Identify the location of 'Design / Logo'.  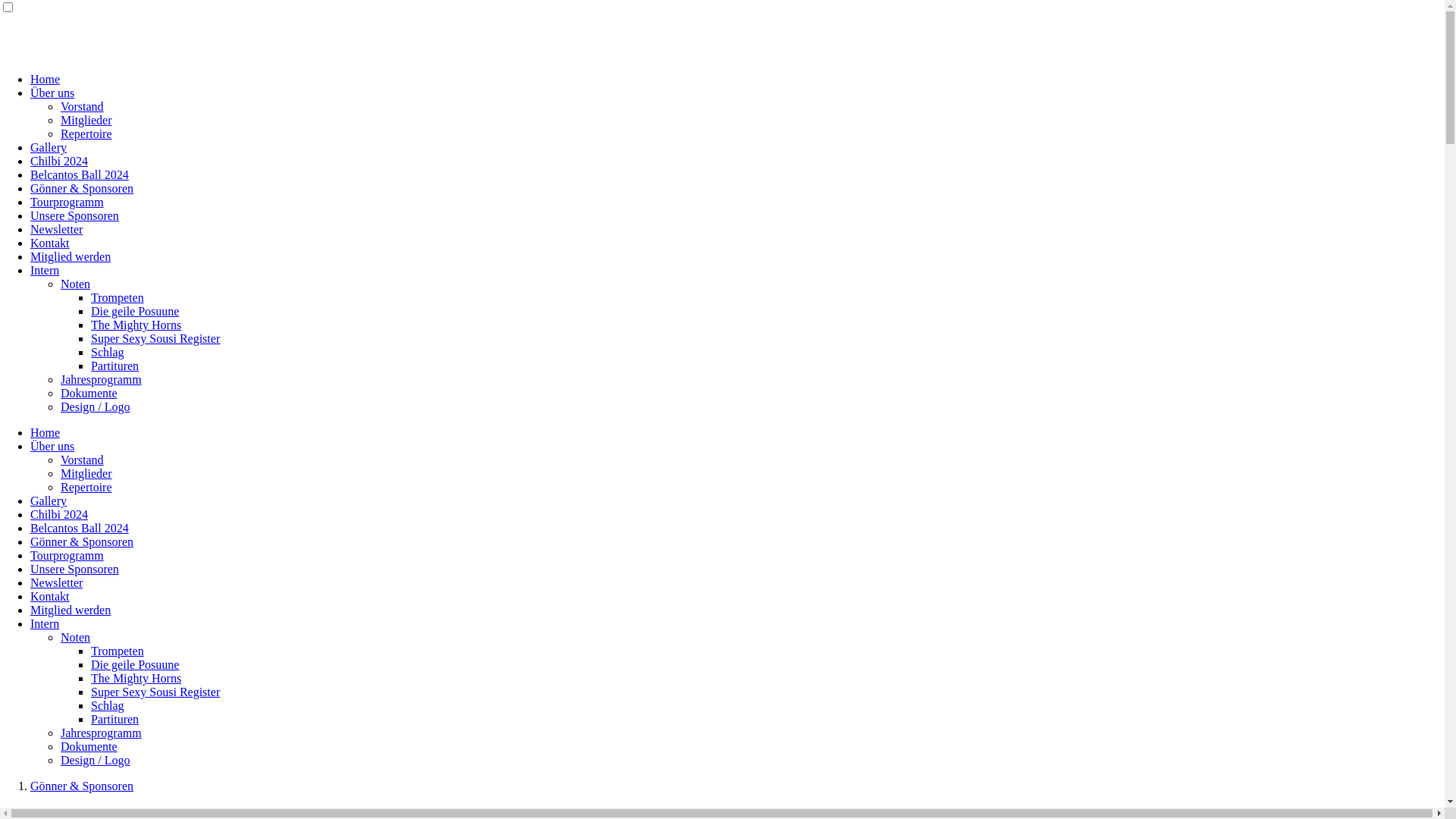
(61, 760).